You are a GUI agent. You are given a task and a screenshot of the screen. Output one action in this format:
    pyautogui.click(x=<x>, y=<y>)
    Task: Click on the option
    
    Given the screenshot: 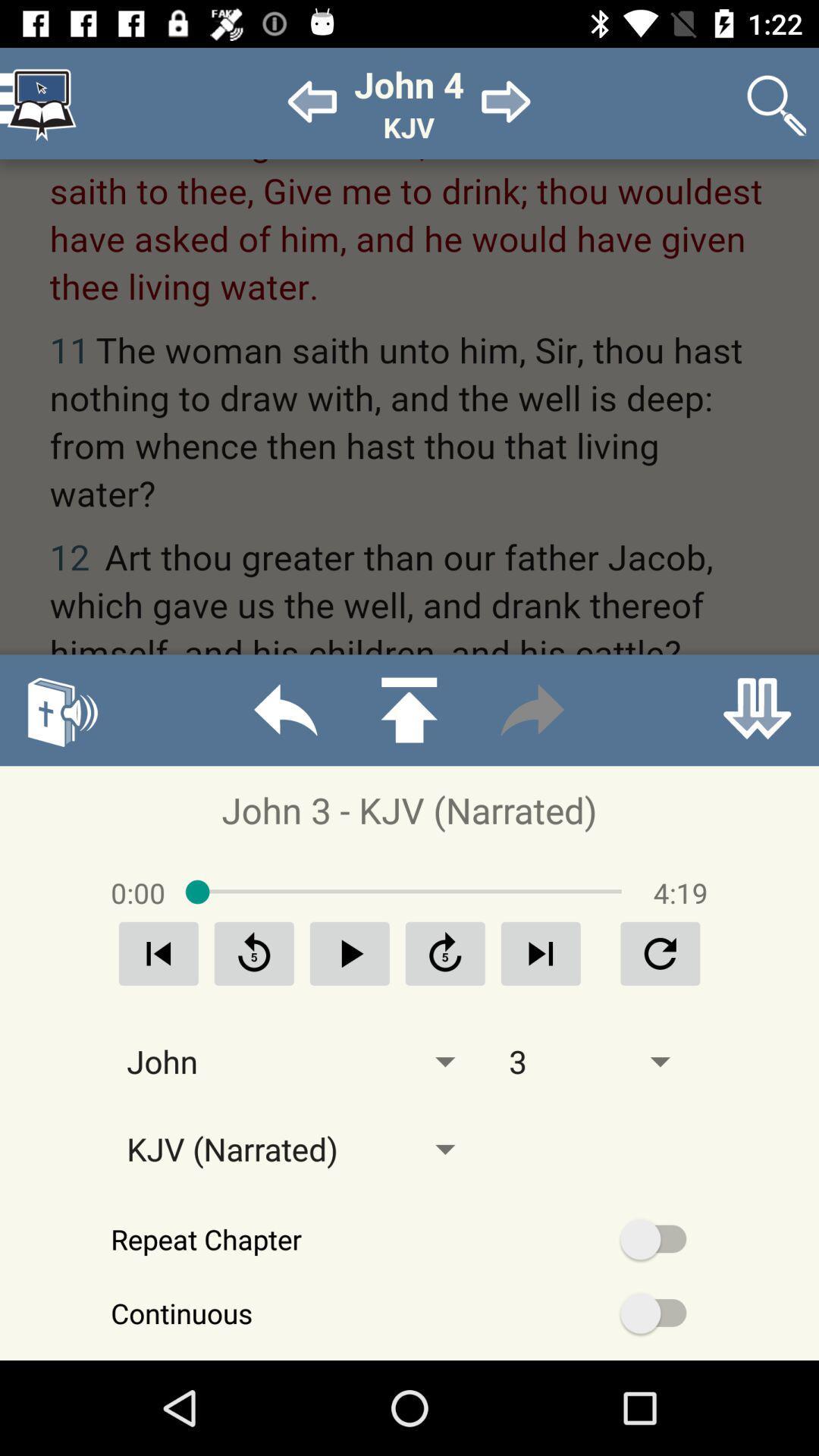 What is the action you would take?
    pyautogui.click(x=350, y=952)
    